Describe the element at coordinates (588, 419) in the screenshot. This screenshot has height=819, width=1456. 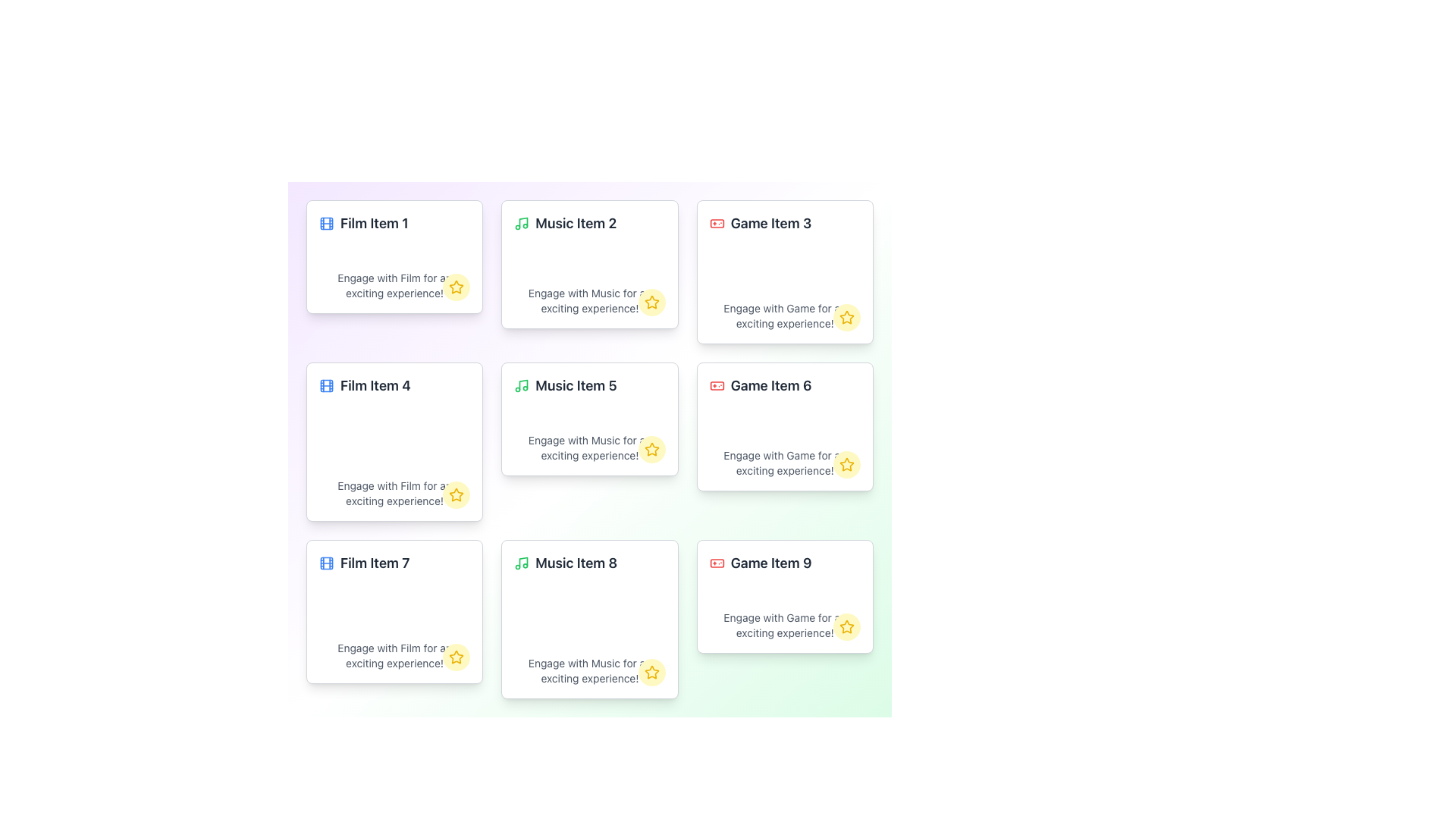
I see `the music-related activity display card located in the second row, second column of the grid layout` at that location.